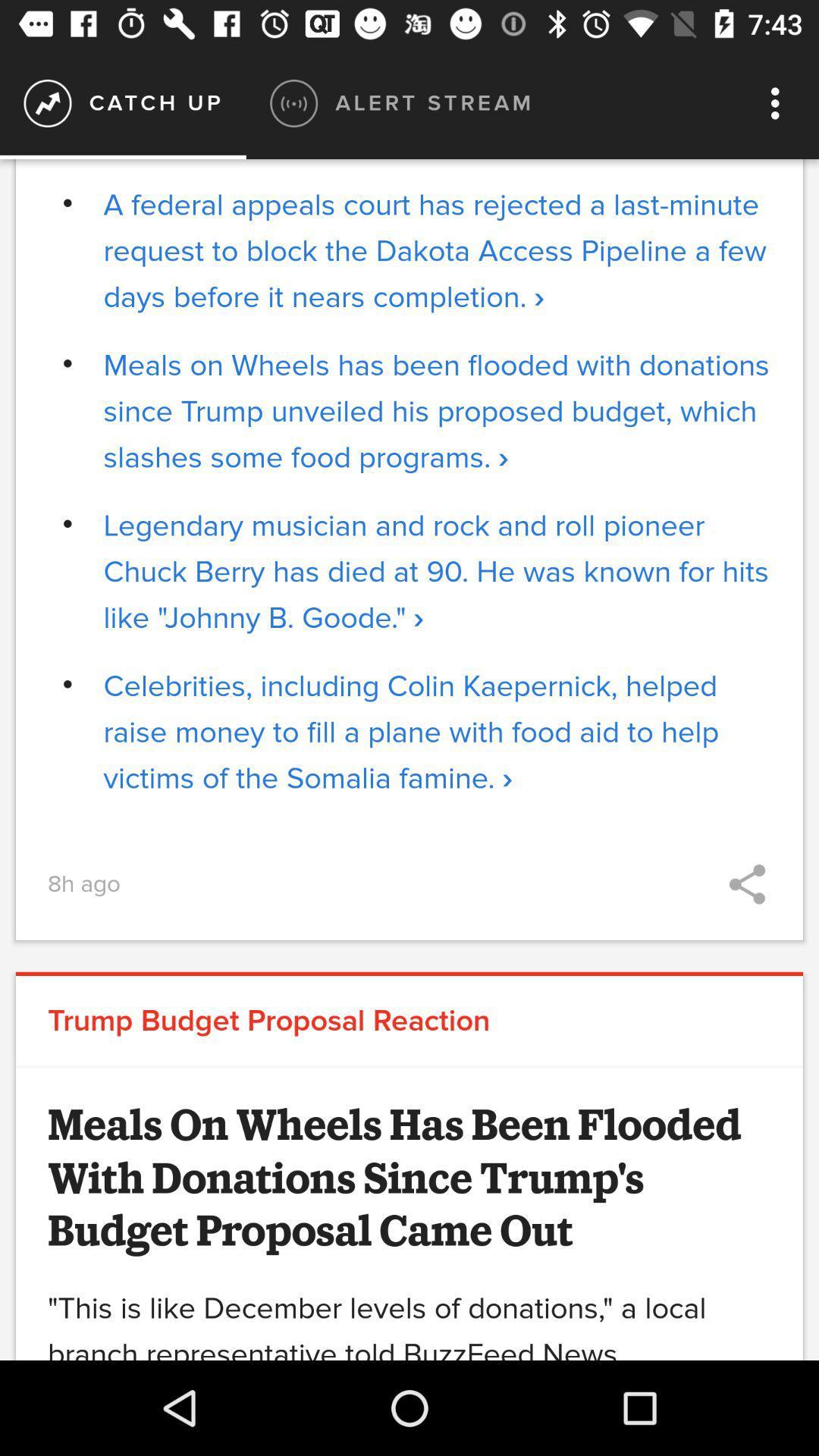 The image size is (819, 1456). I want to click on icon below legendary musician and icon, so click(437, 732).